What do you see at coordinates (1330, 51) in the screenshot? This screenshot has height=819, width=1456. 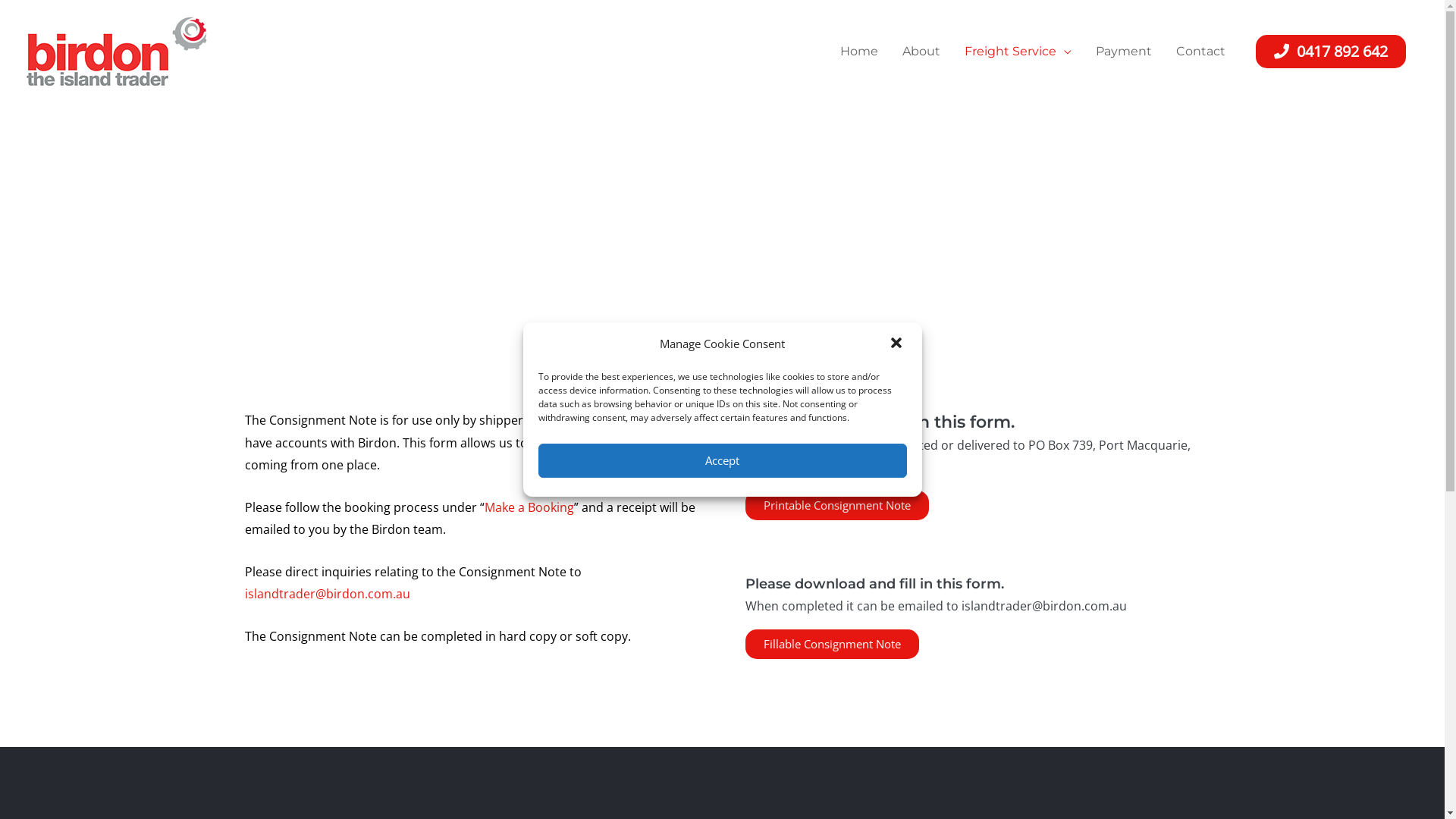 I see `'0417 892 642'` at bounding box center [1330, 51].